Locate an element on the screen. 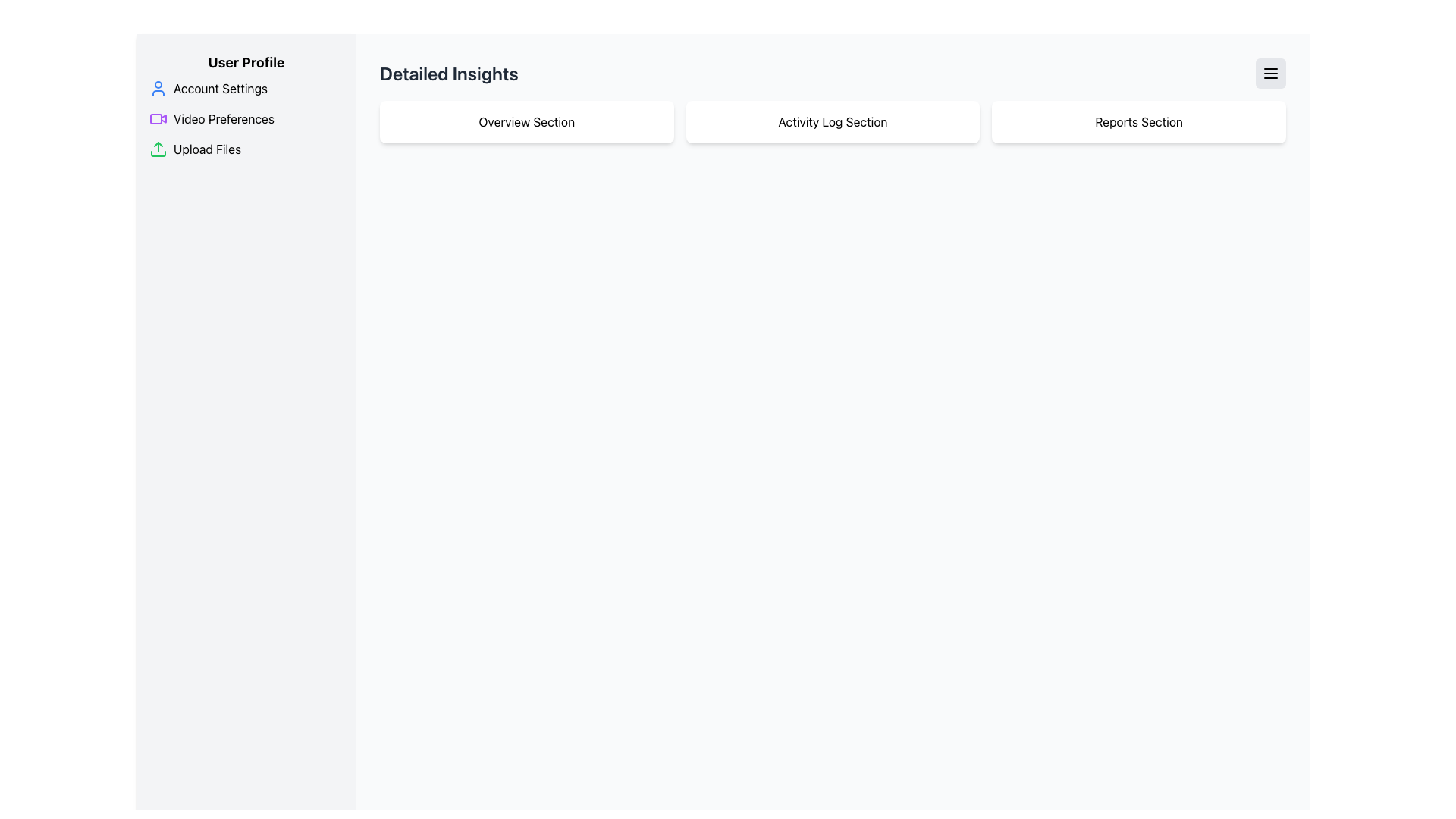  the second menu item under the 'User Profile' section is located at coordinates (246, 118).